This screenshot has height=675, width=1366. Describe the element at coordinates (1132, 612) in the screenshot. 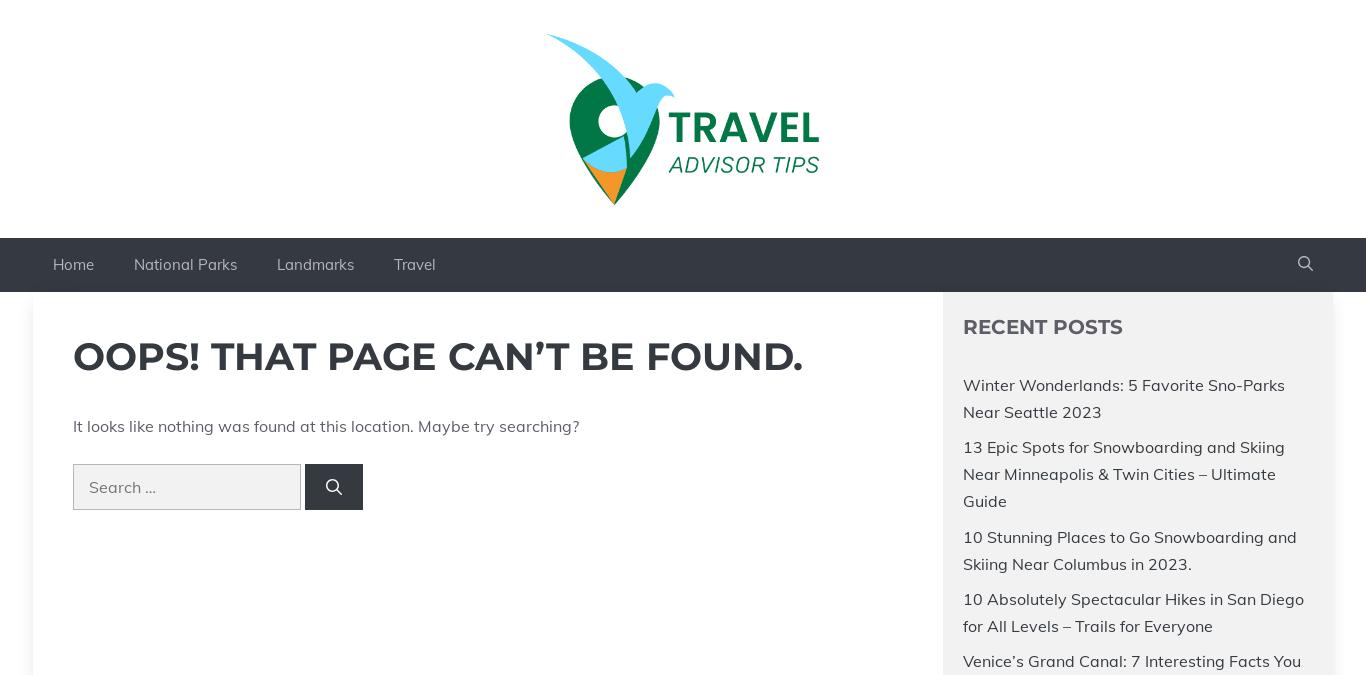

I see `'10 Absolutely Spectacular Hikes in San Diego for All Levels – Trails for Everyone'` at that location.